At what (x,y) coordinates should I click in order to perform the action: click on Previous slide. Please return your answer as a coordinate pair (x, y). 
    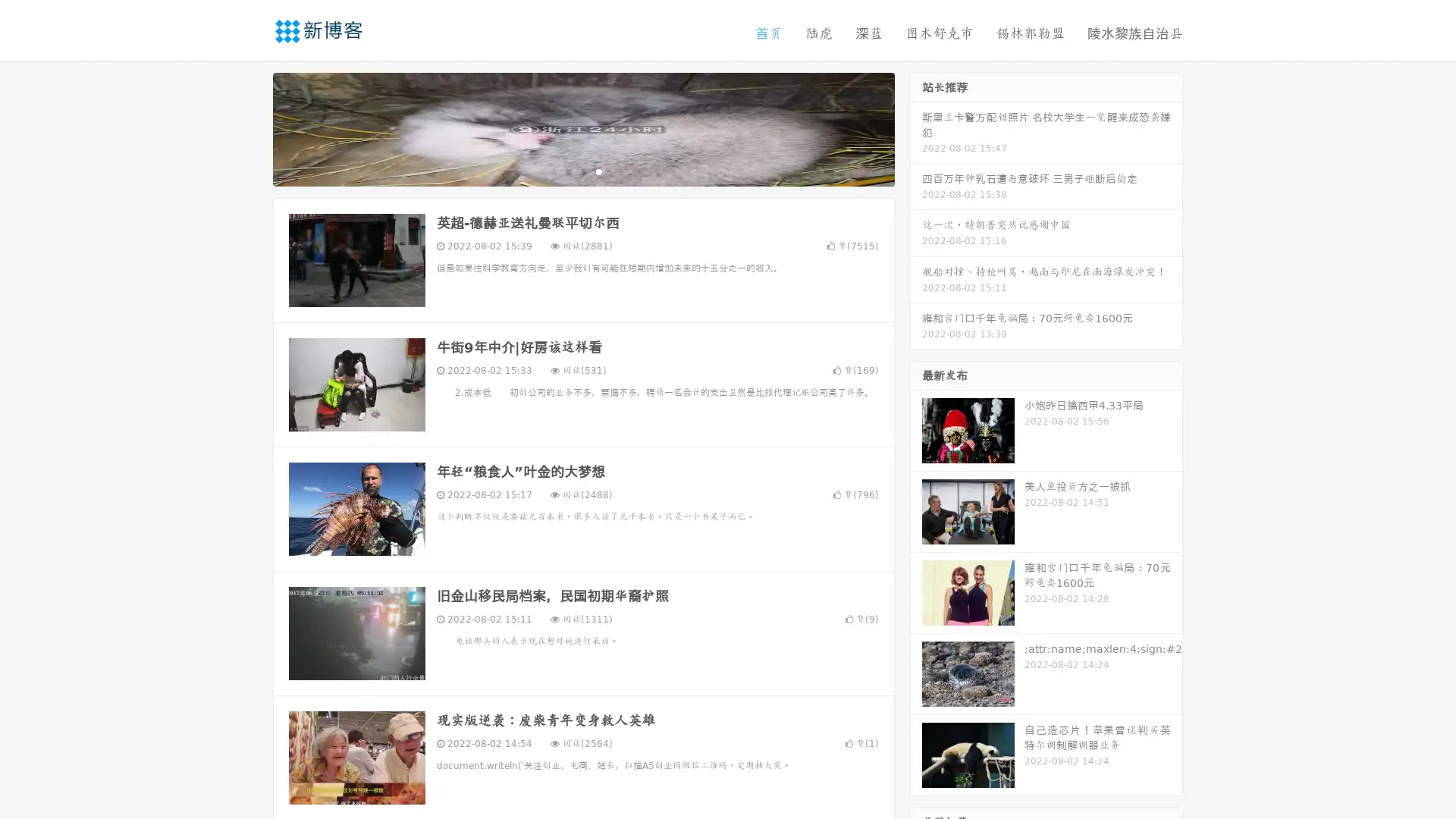
    Looking at the image, I should click on (250, 127).